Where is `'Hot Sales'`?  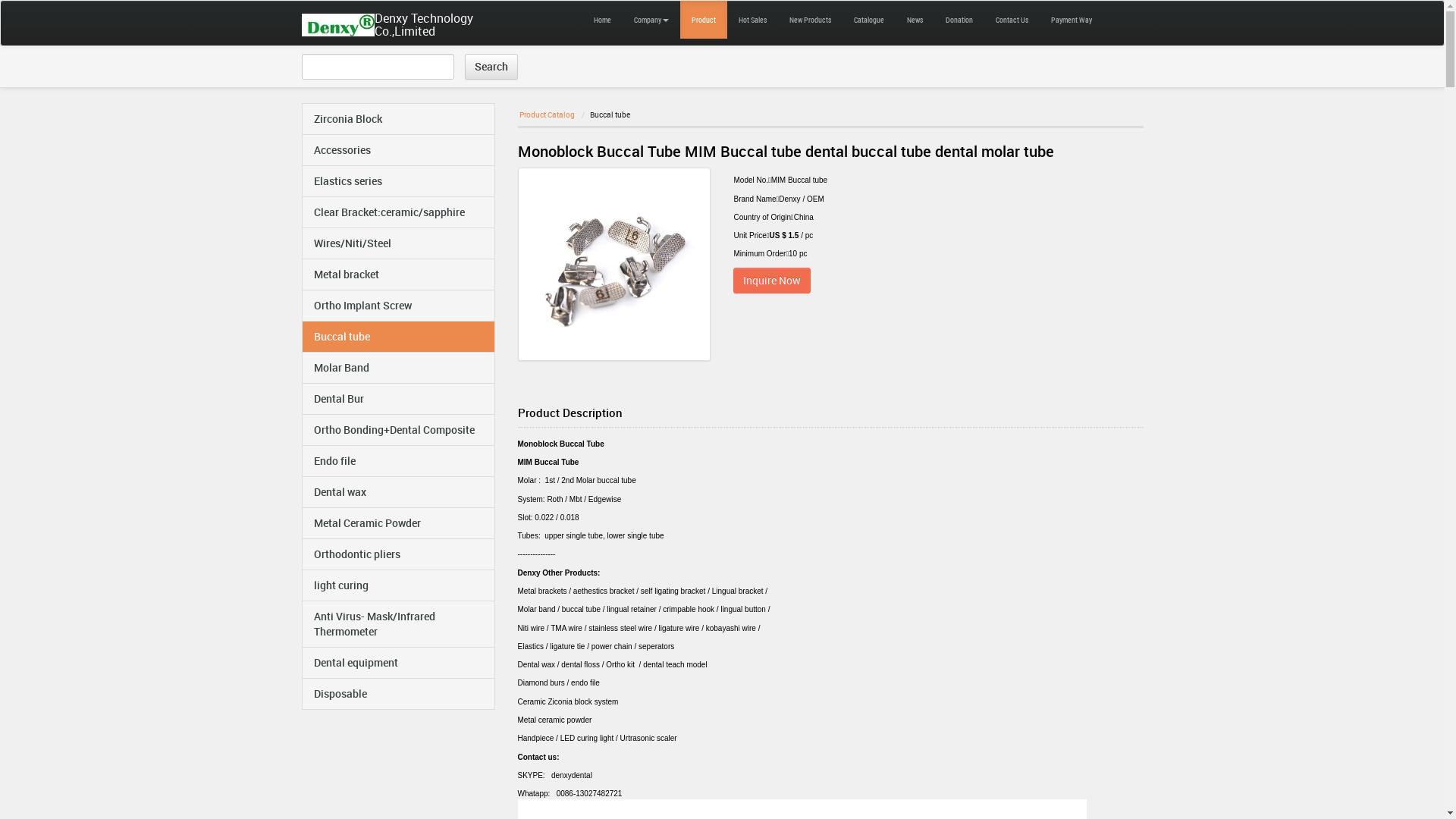
'Hot Sales' is located at coordinates (752, 20).